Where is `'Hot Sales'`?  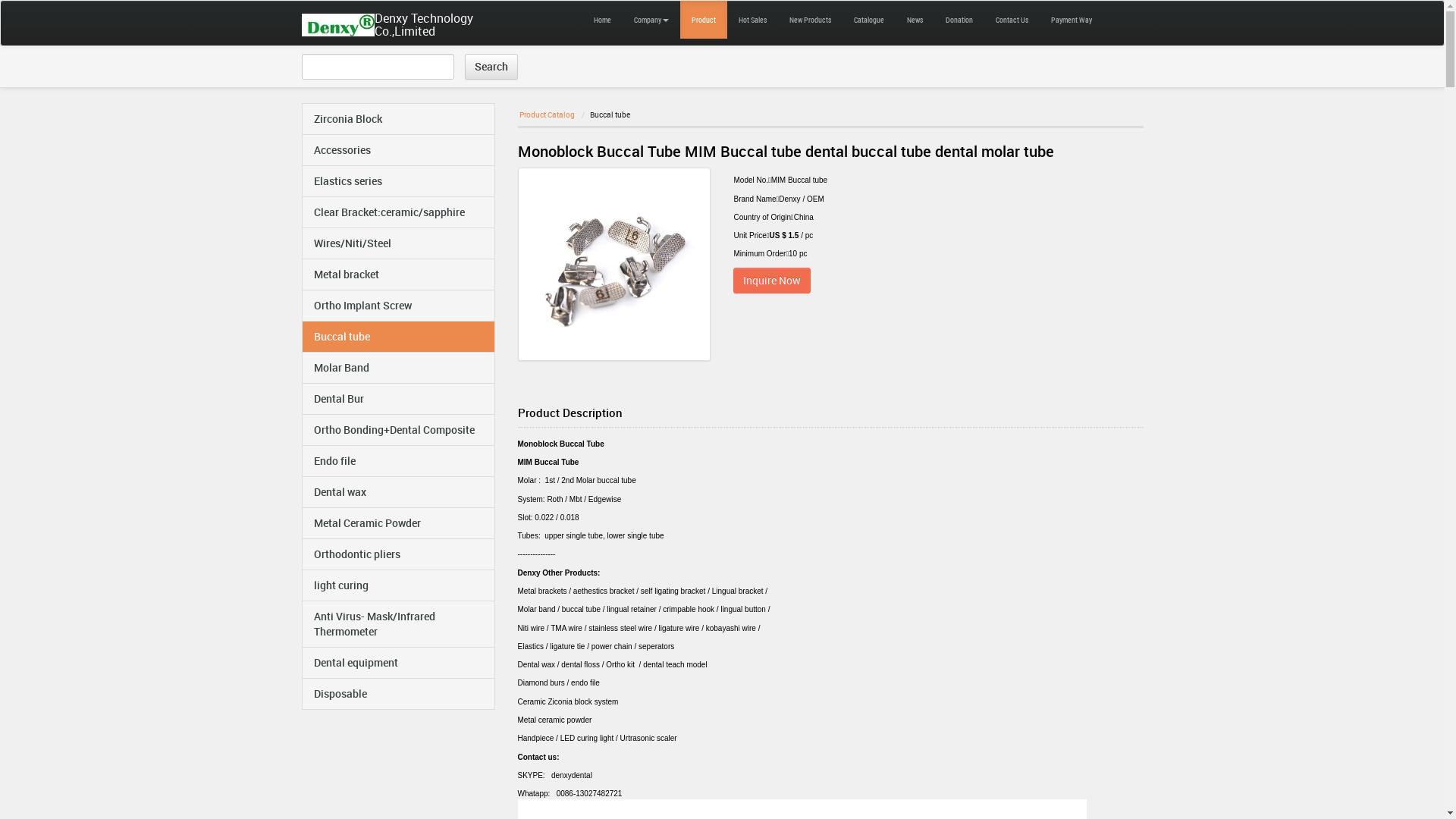
'Hot Sales' is located at coordinates (752, 20).